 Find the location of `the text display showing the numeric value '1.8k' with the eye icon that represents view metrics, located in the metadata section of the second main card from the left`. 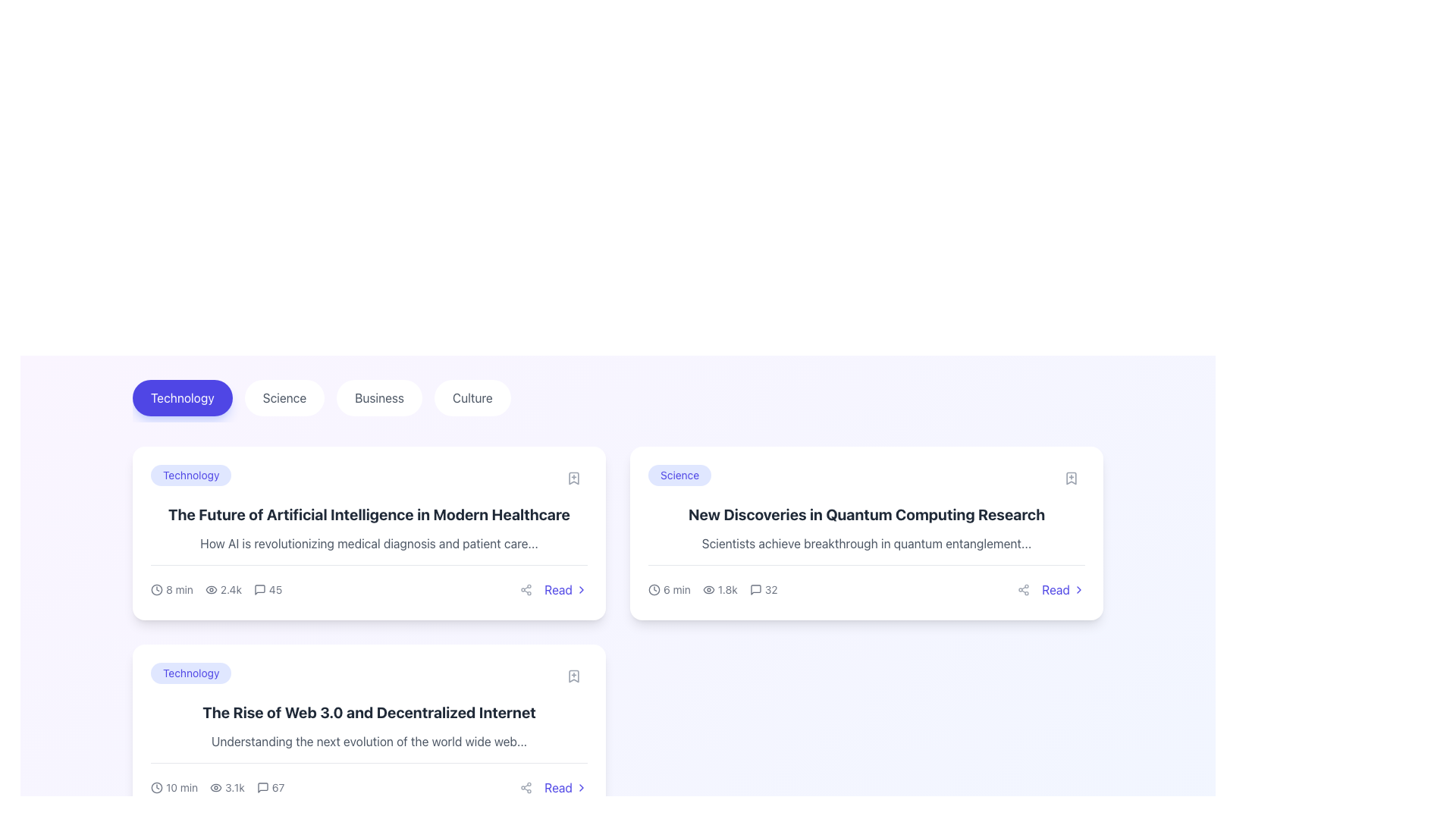

the text display showing the numeric value '1.8k' with the eye icon that represents view metrics, located in the metadata section of the second main card from the left is located at coordinates (719, 589).